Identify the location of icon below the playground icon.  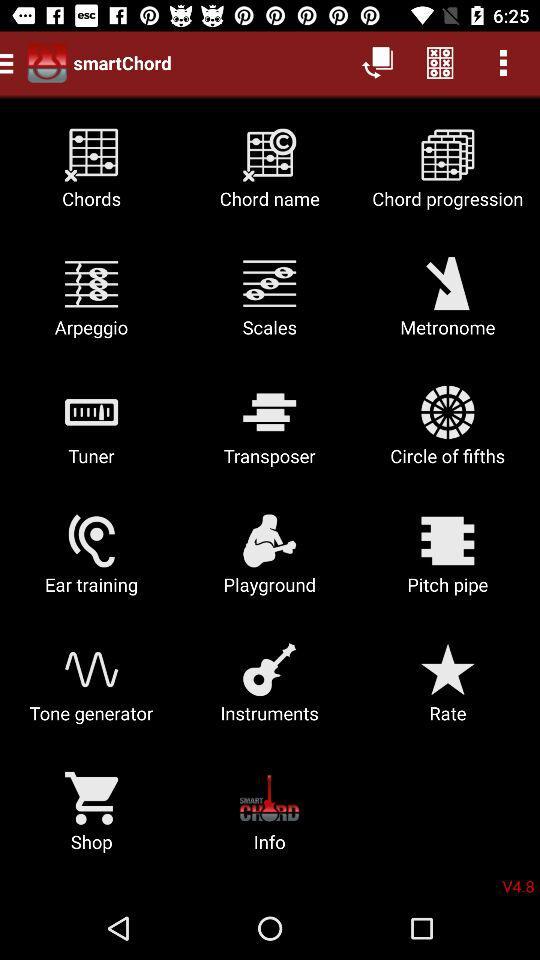
(447, 690).